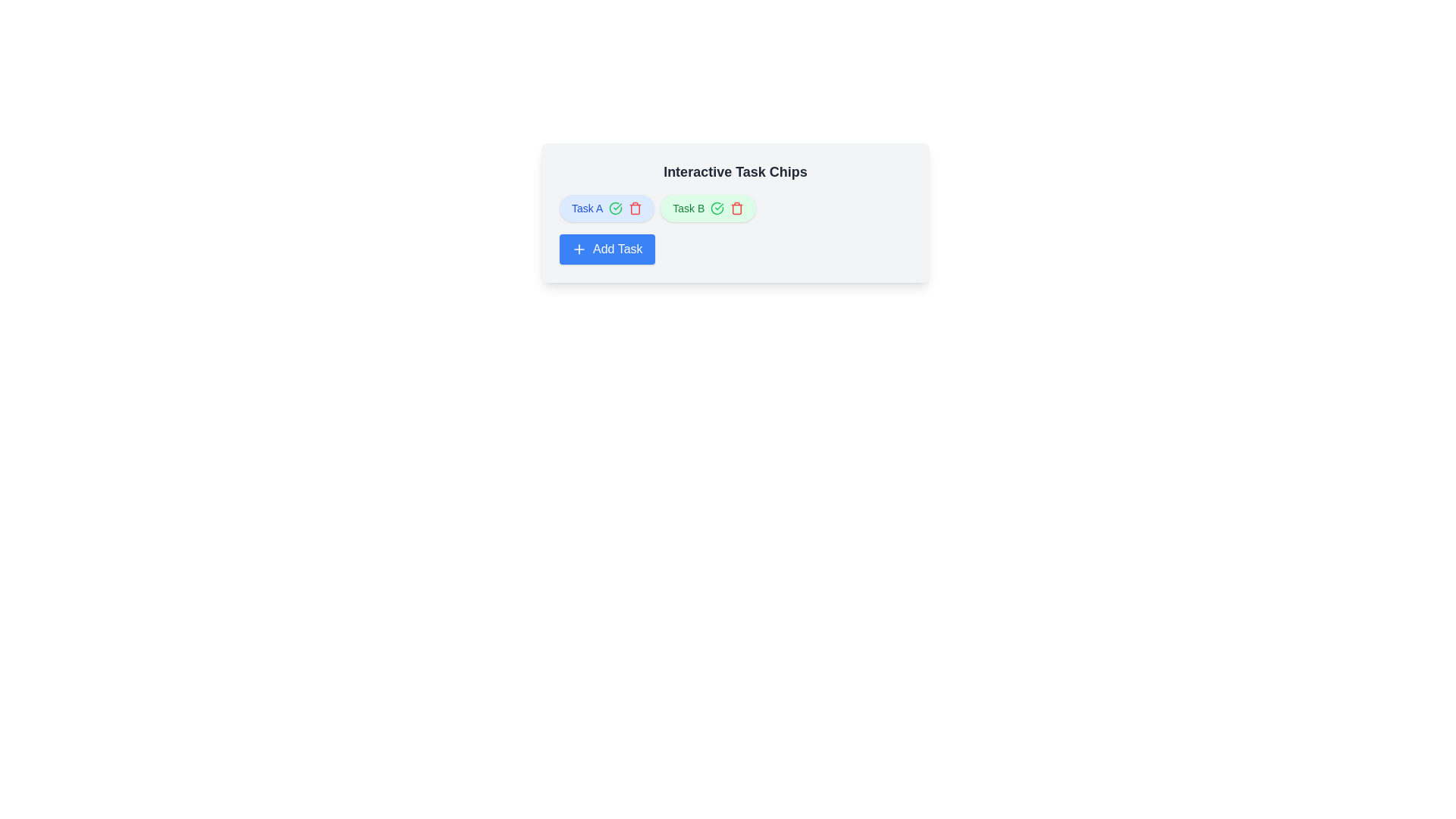 This screenshot has width=1456, height=819. What do you see at coordinates (607, 208) in the screenshot?
I see `the green checkmark icon on the Task chip labeled 'Task A' to mark it as completed` at bounding box center [607, 208].